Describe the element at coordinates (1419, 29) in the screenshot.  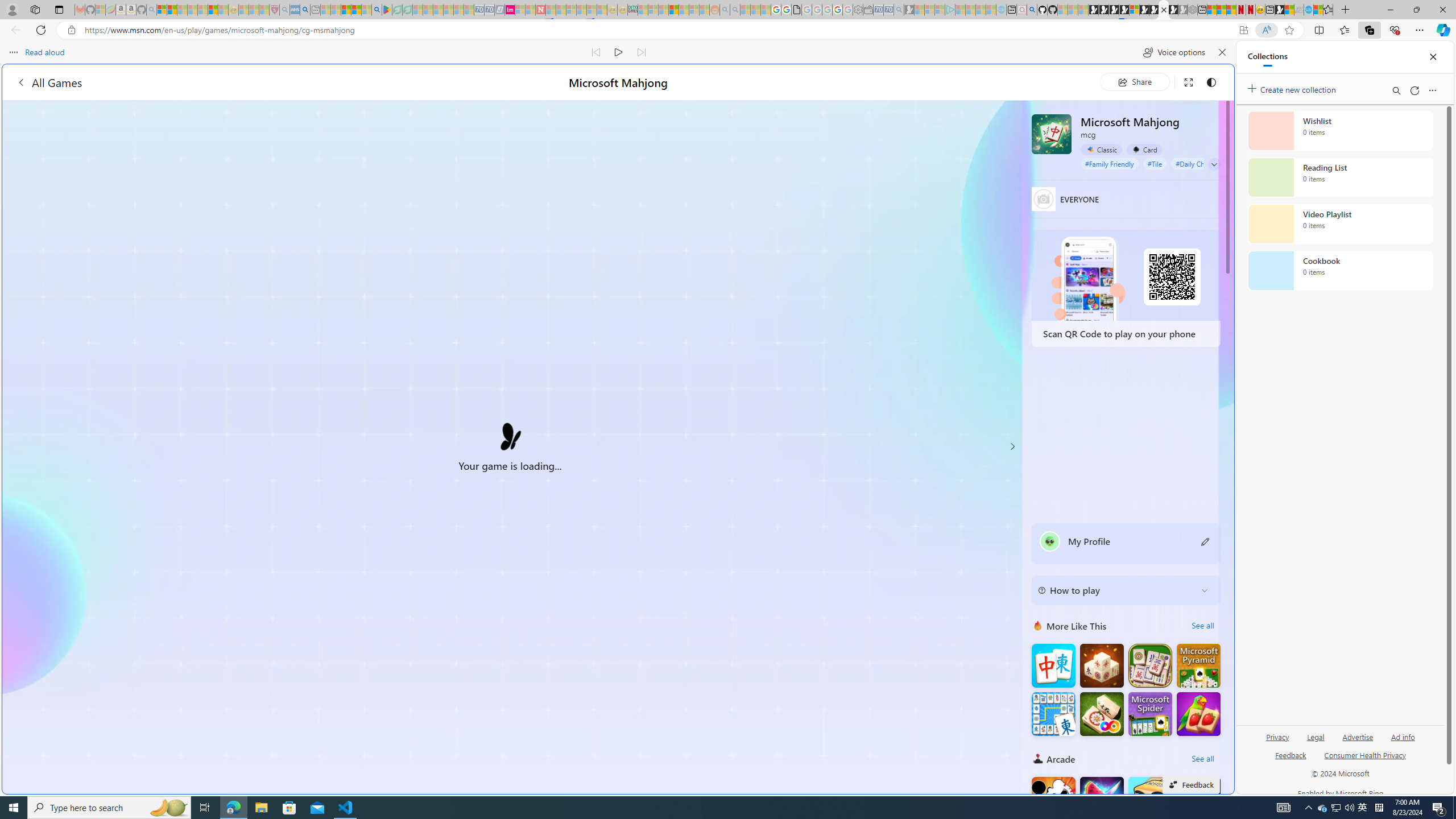
I see `'Settings and more (Alt+F)'` at that location.